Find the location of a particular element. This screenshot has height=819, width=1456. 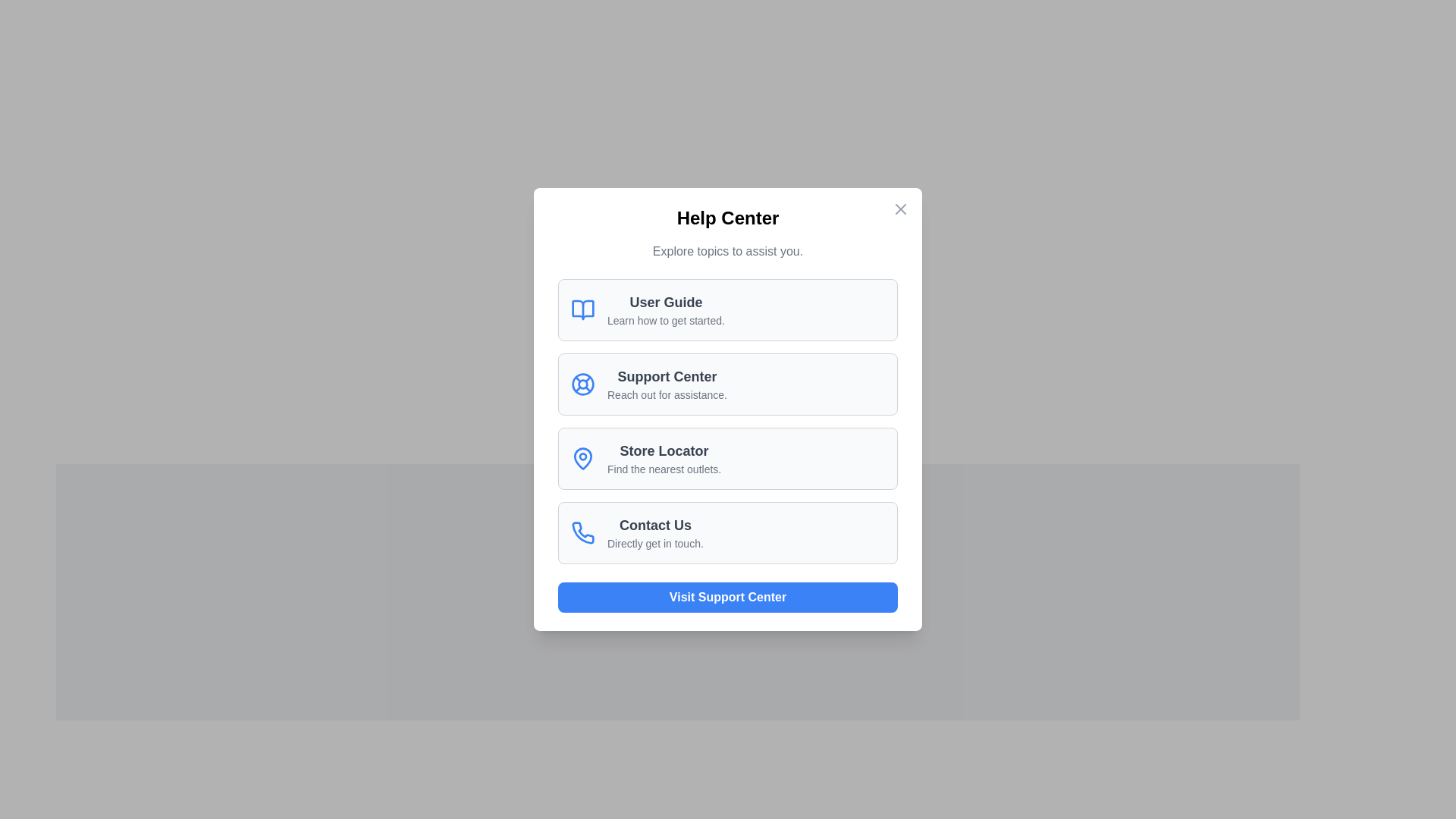

the text label that says 'Find the nearest outlets.' located below the title 'Store Locator' in the modal window is located at coordinates (664, 468).